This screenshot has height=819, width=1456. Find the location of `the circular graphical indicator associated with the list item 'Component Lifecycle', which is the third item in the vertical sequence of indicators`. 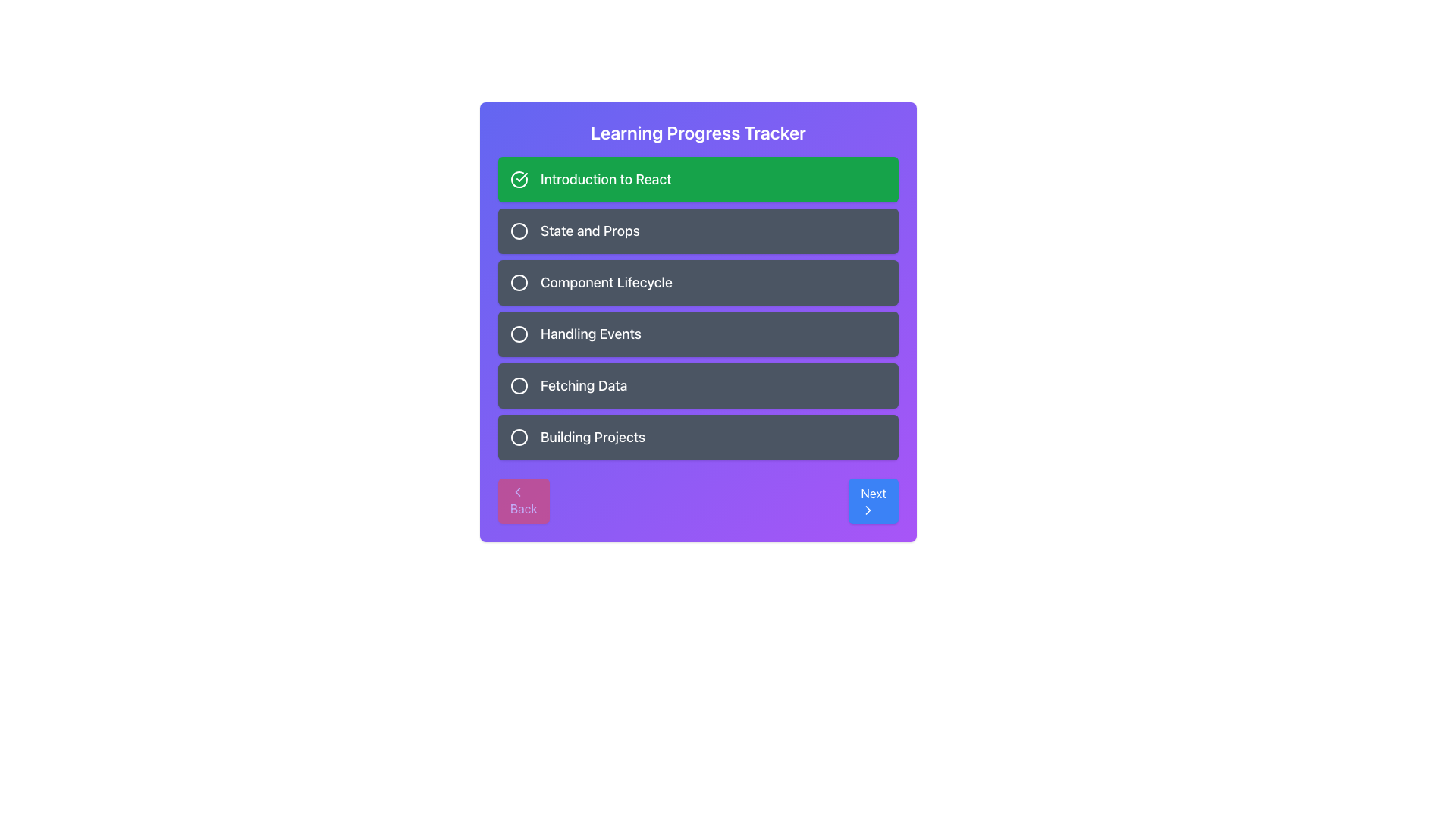

the circular graphical indicator associated with the list item 'Component Lifecycle', which is the third item in the vertical sequence of indicators is located at coordinates (519, 283).